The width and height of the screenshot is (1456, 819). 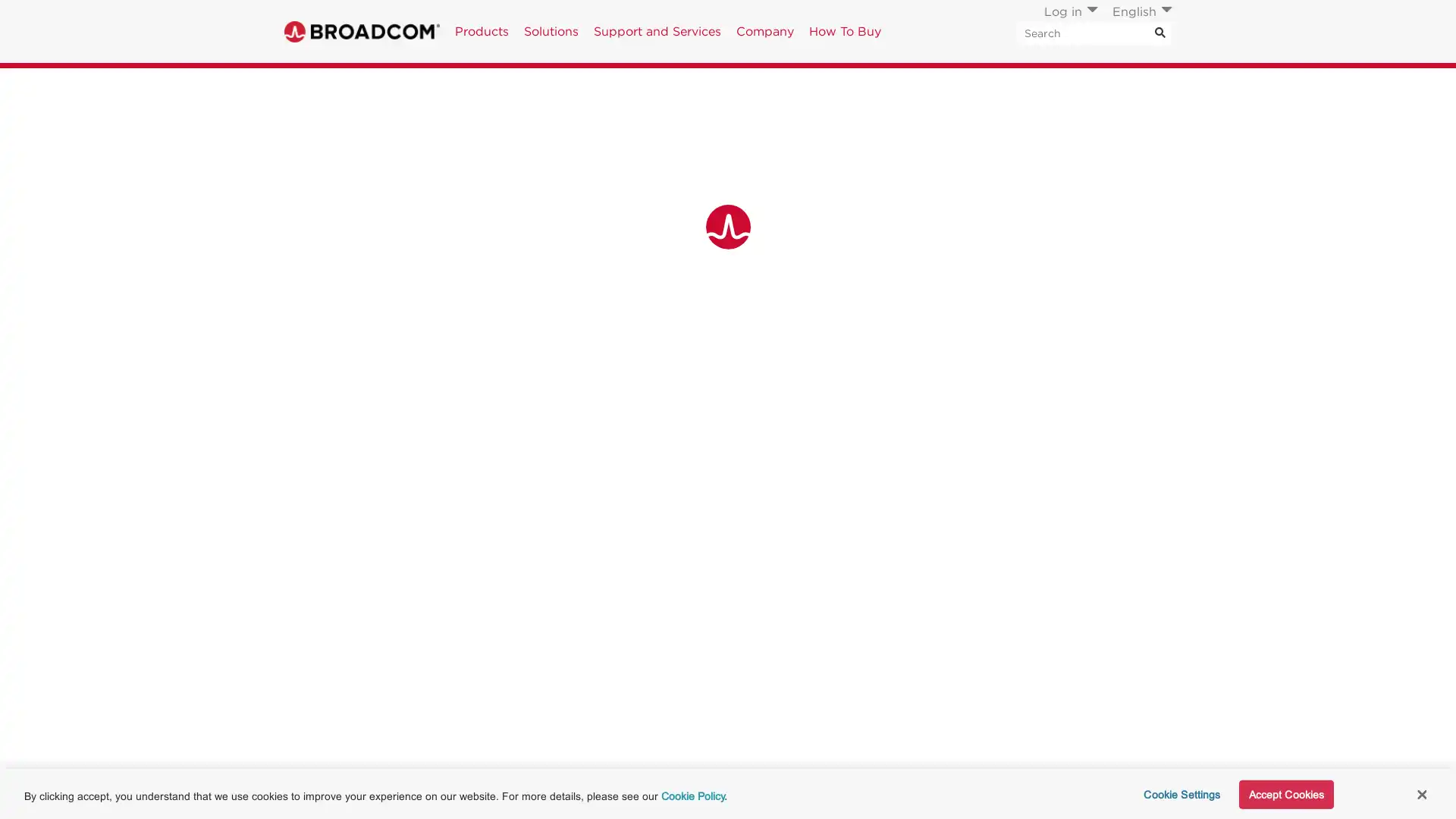 I want to click on Company, so click(x=764, y=31).